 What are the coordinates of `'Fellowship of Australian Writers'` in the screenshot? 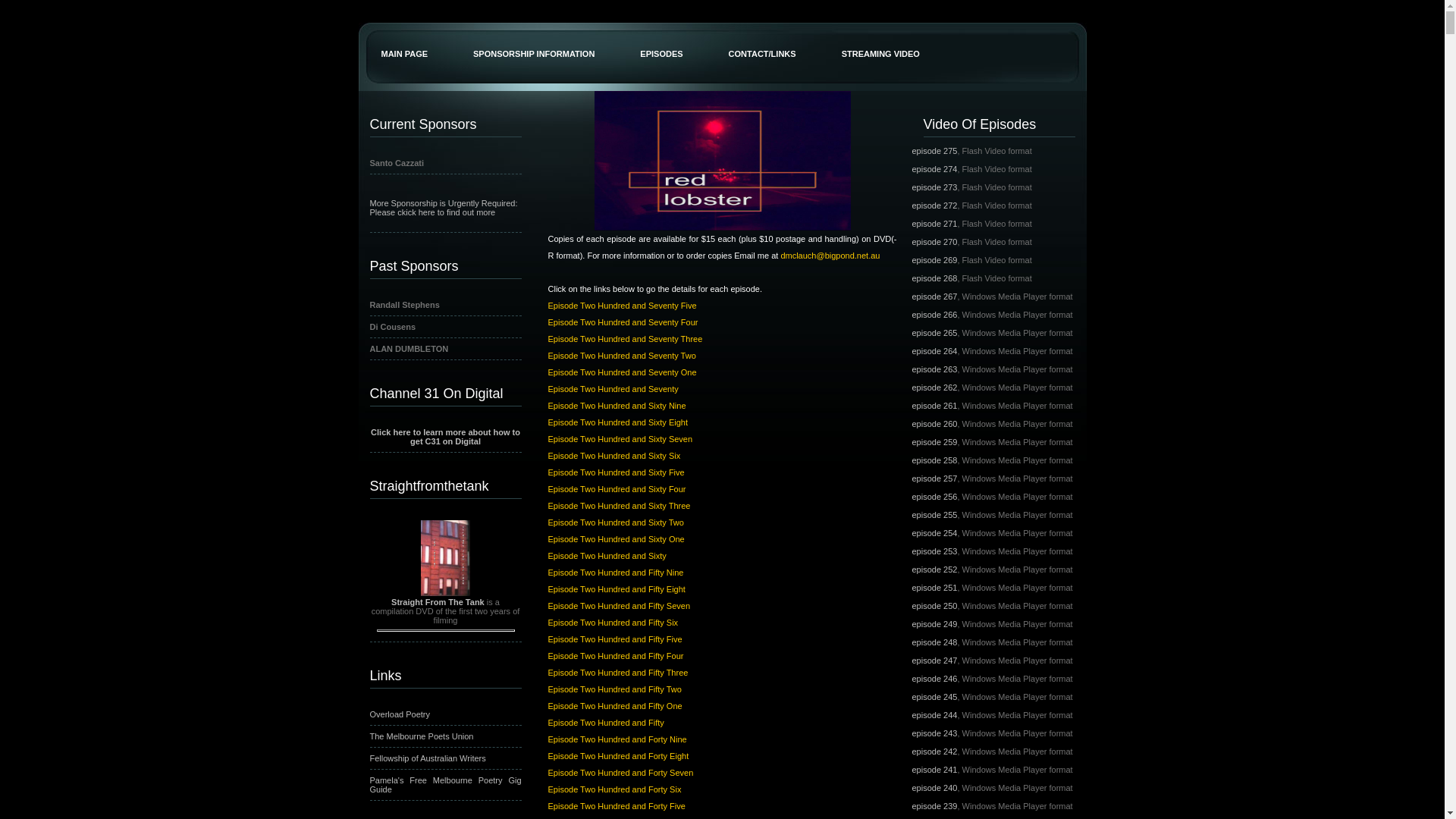 It's located at (427, 758).